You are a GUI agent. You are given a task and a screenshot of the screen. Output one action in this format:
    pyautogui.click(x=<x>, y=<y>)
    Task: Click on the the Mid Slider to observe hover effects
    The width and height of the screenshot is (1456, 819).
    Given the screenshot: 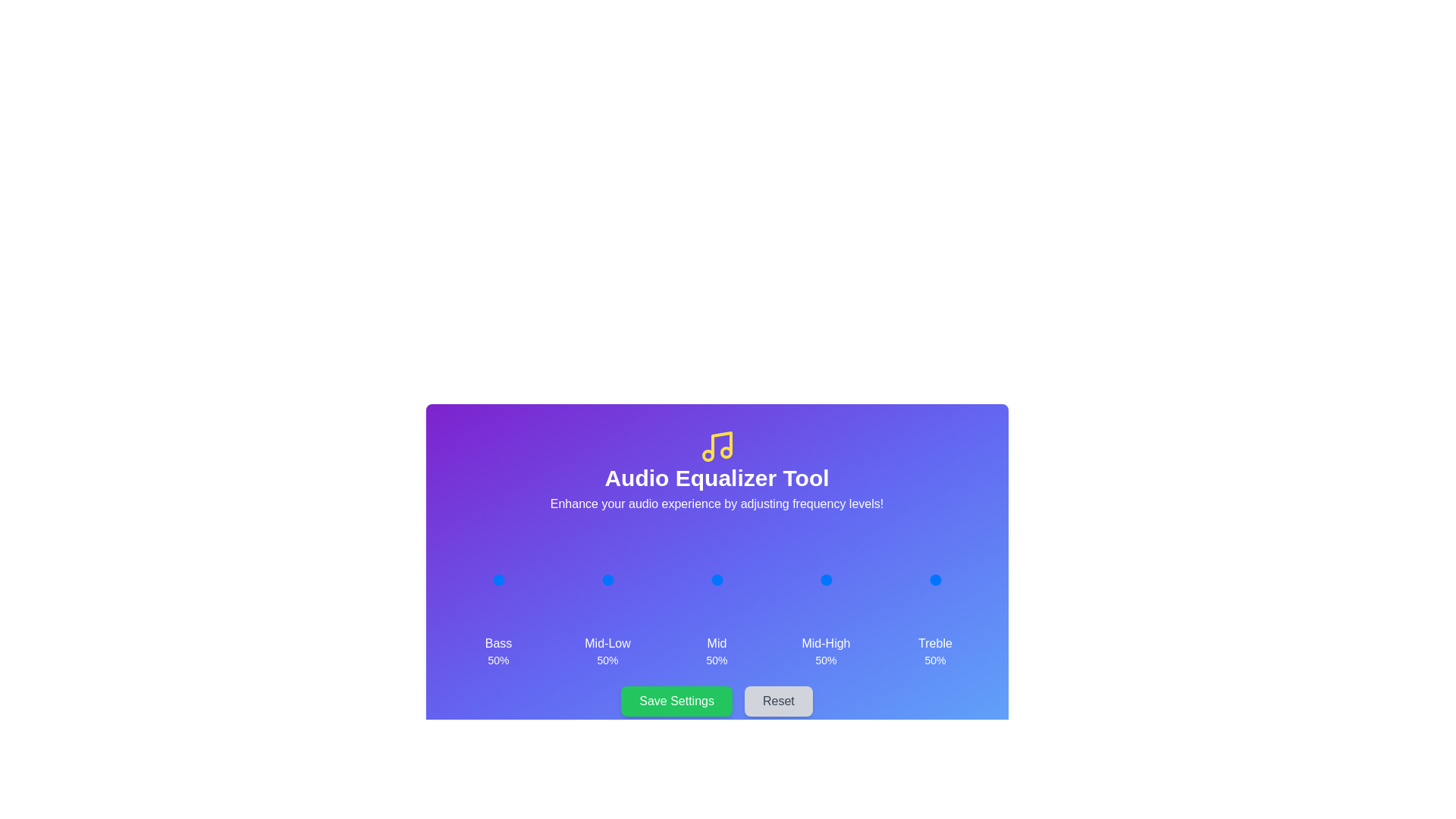 What is the action you would take?
    pyautogui.click(x=716, y=579)
    